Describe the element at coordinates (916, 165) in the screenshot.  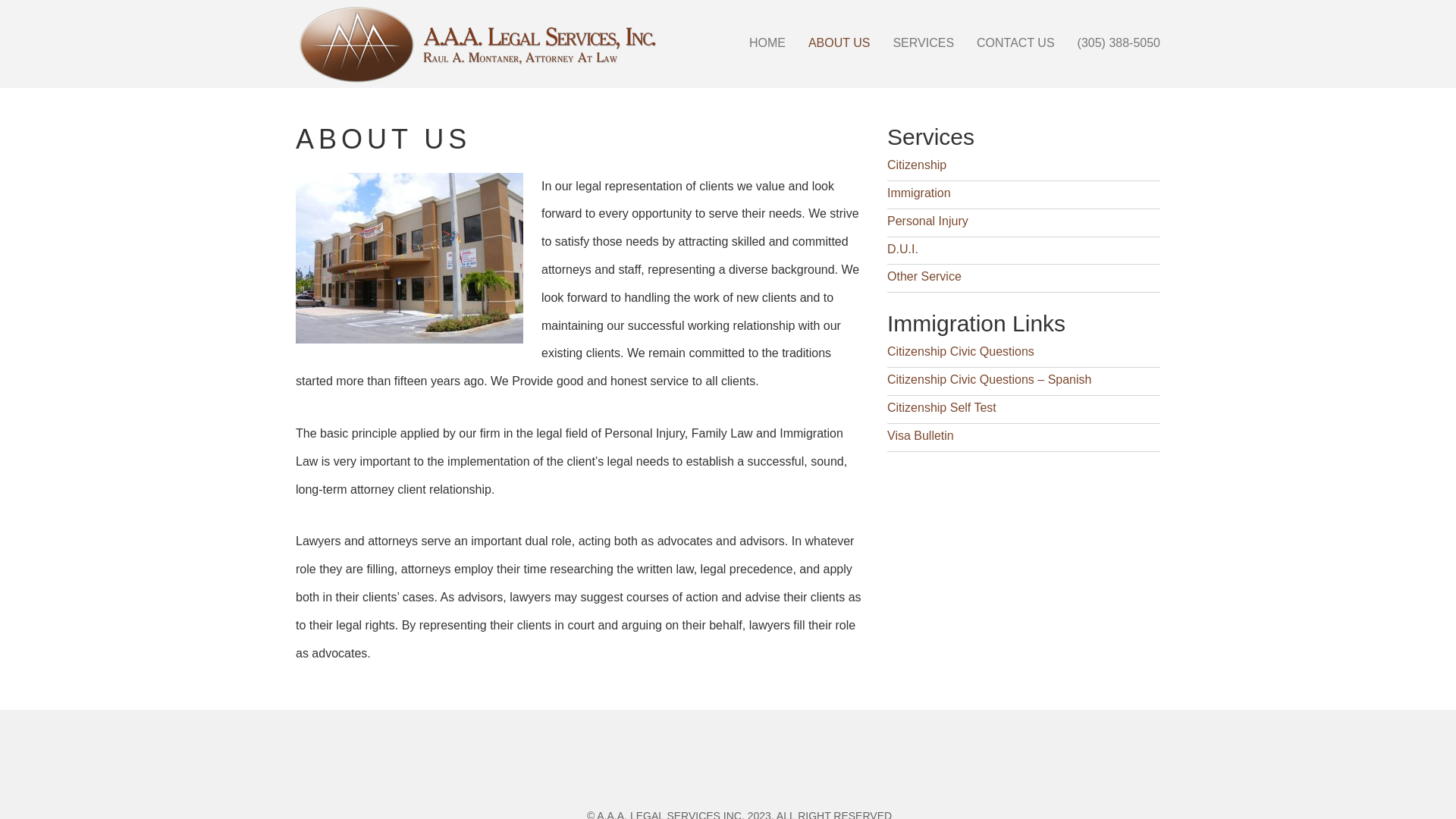
I see `'Citizenship'` at that location.